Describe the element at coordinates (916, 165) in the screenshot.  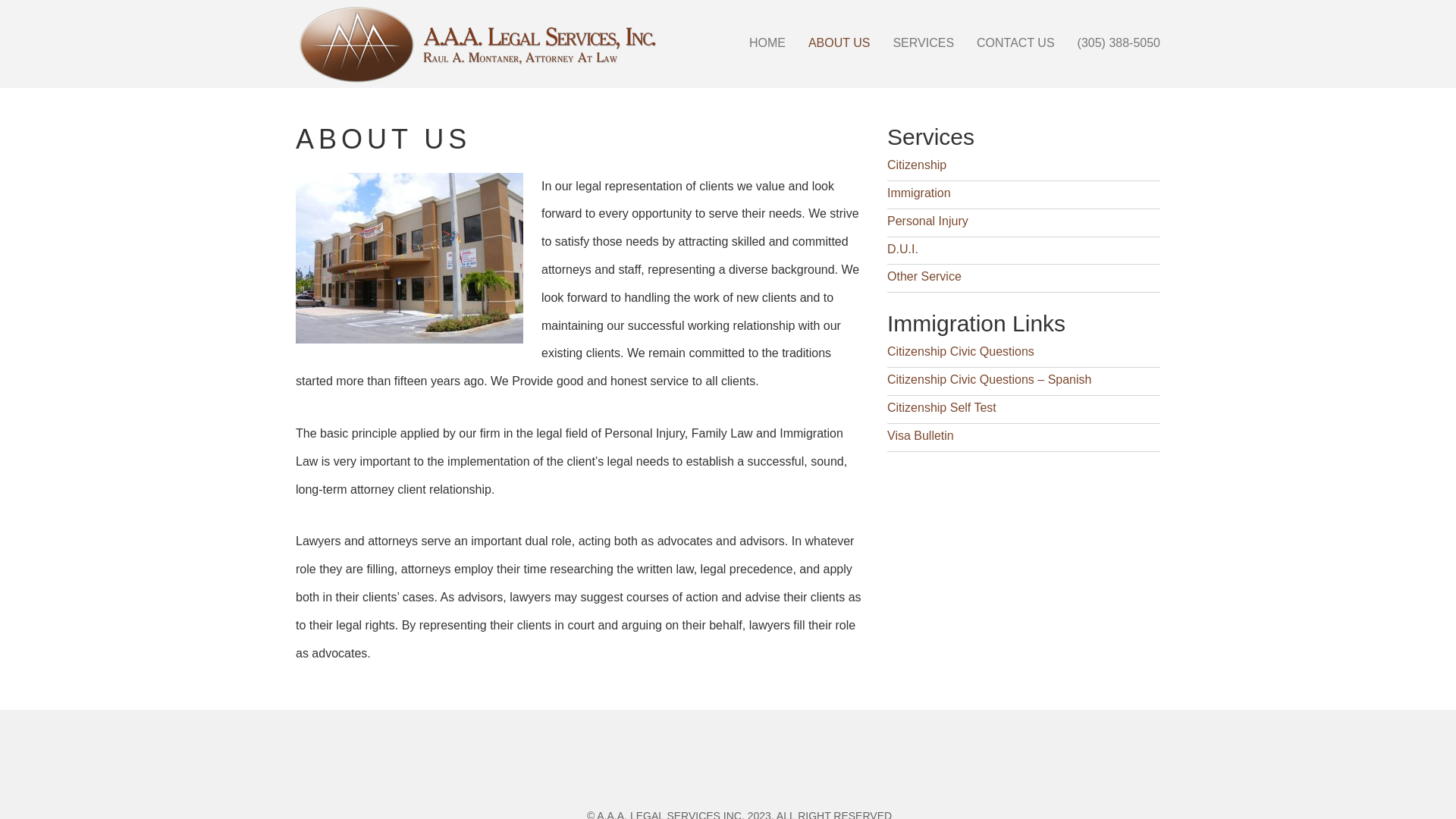
I see `'Citizenship'` at that location.